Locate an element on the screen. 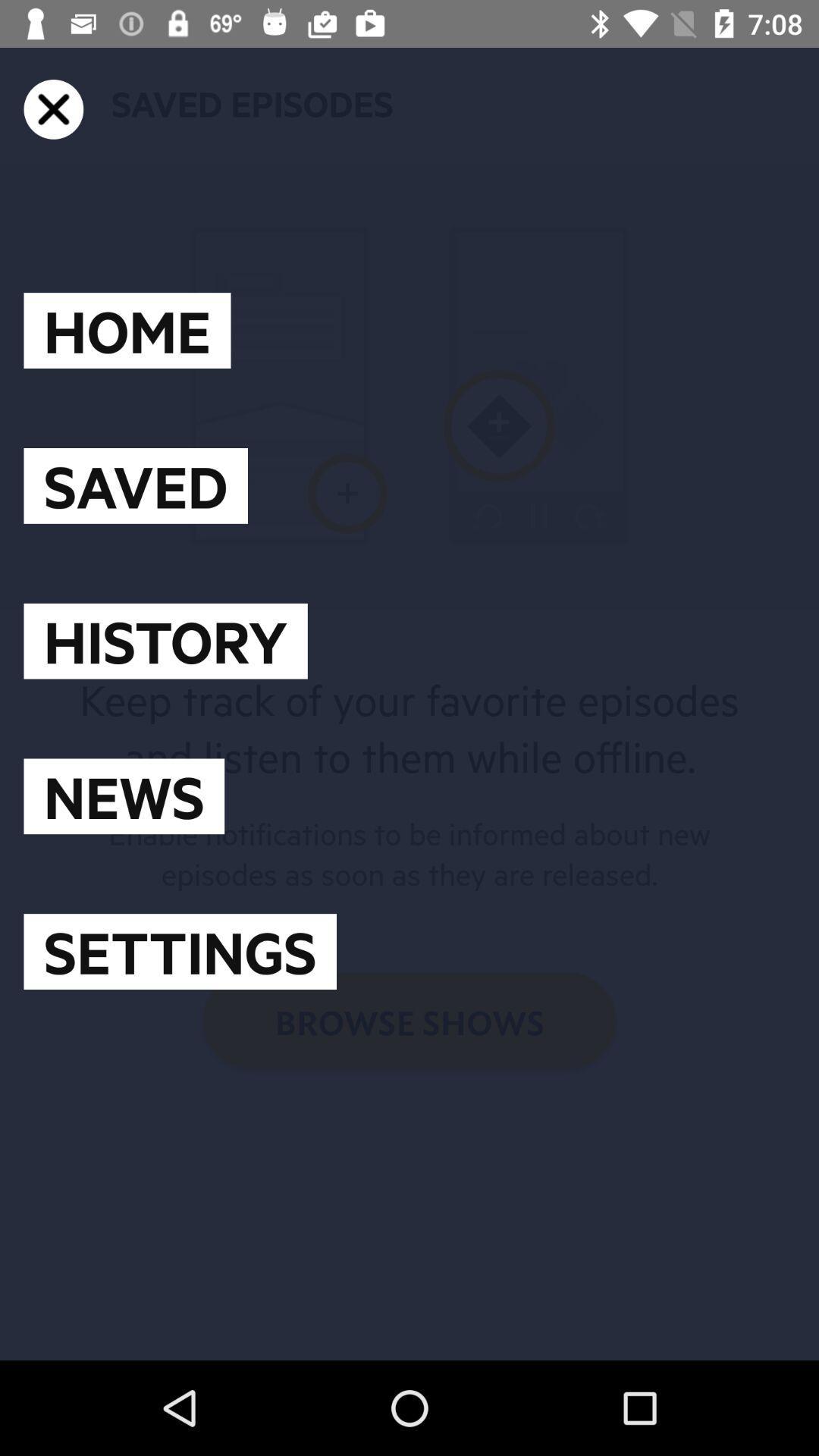 The height and width of the screenshot is (1456, 819). the icon below the saved item is located at coordinates (165, 641).